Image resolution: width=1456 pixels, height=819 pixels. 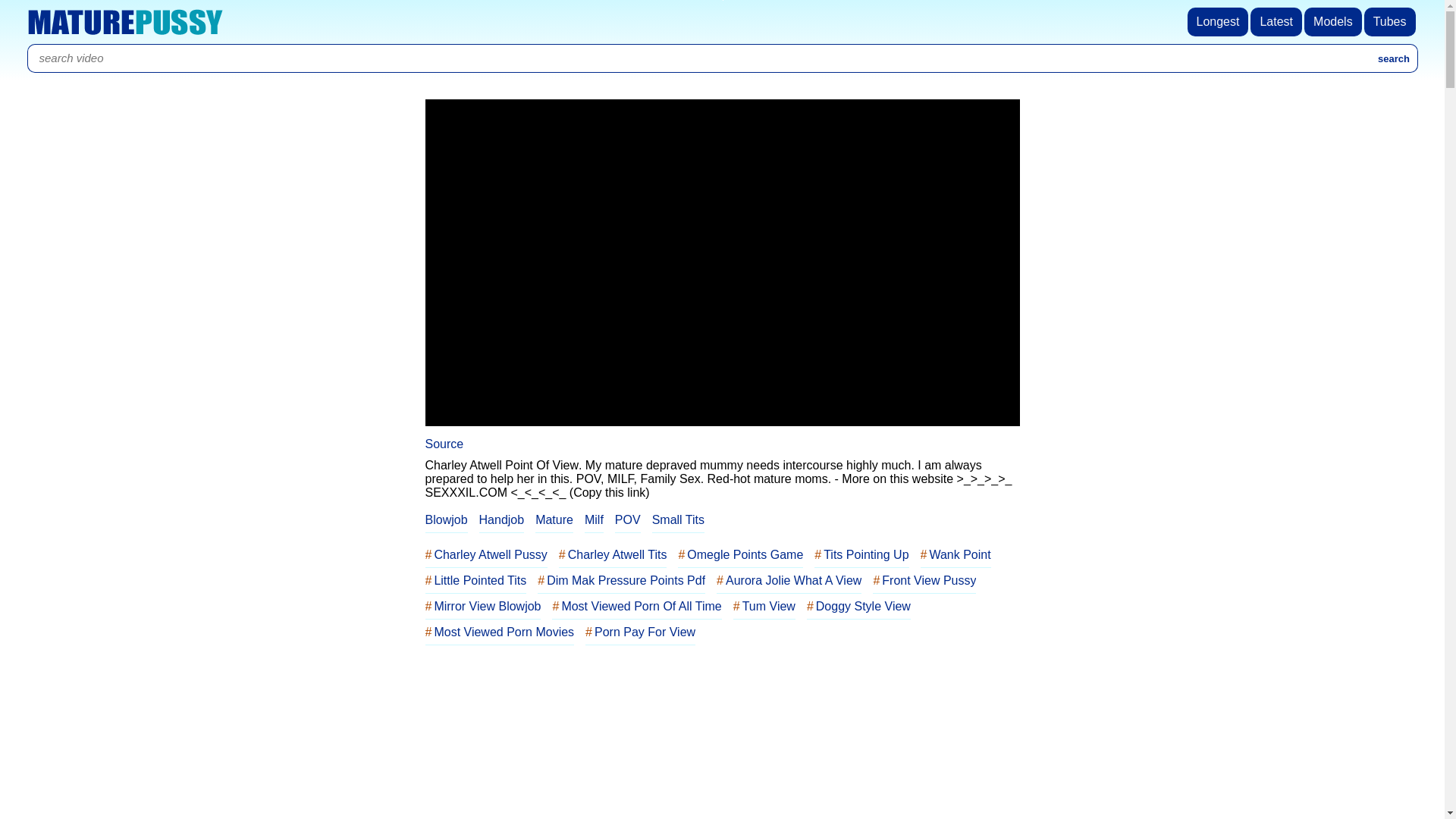 I want to click on 'Mature pussy movies', so click(x=124, y=22).